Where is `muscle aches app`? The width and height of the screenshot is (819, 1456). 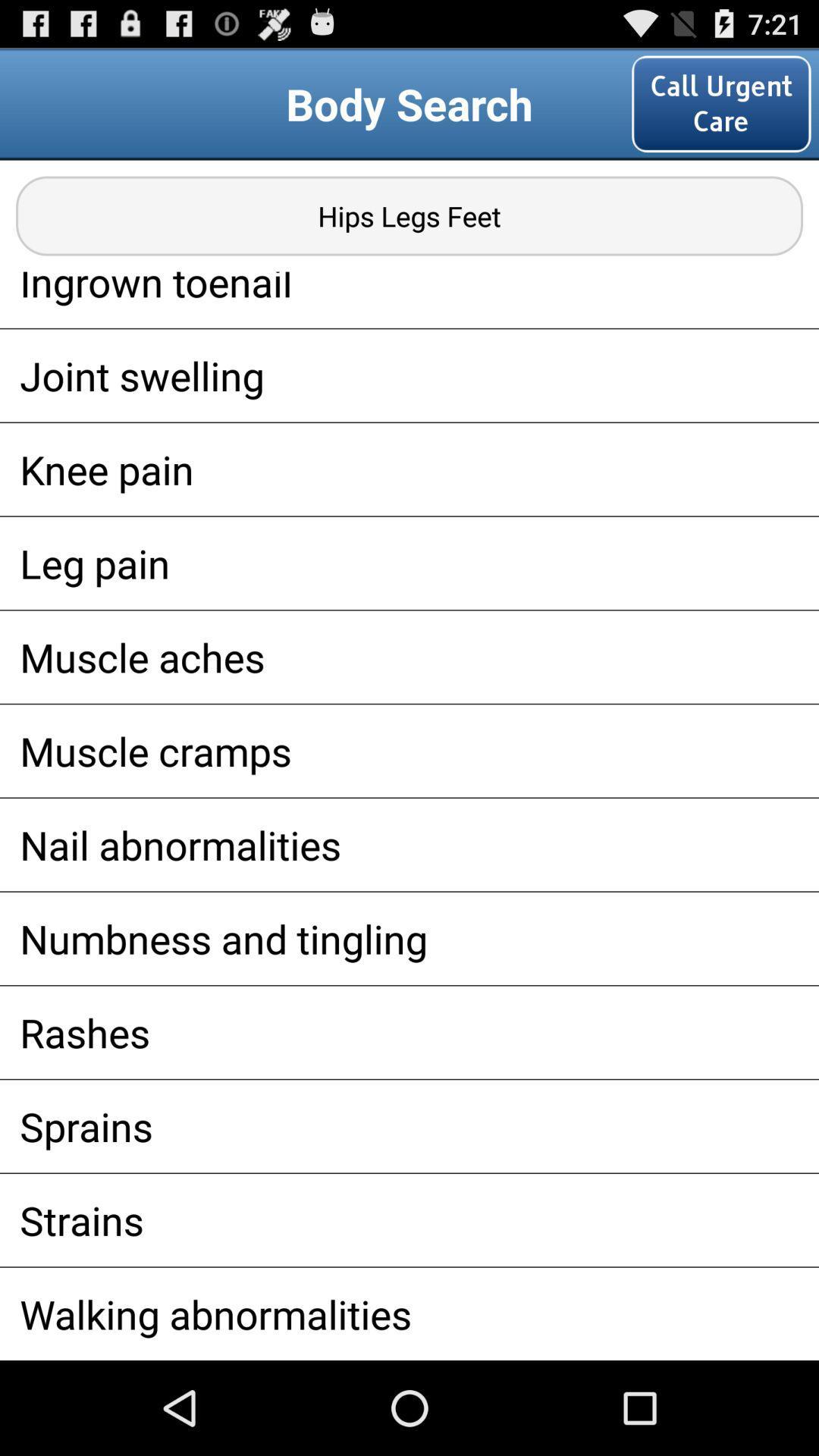 muscle aches app is located at coordinates (409, 657).